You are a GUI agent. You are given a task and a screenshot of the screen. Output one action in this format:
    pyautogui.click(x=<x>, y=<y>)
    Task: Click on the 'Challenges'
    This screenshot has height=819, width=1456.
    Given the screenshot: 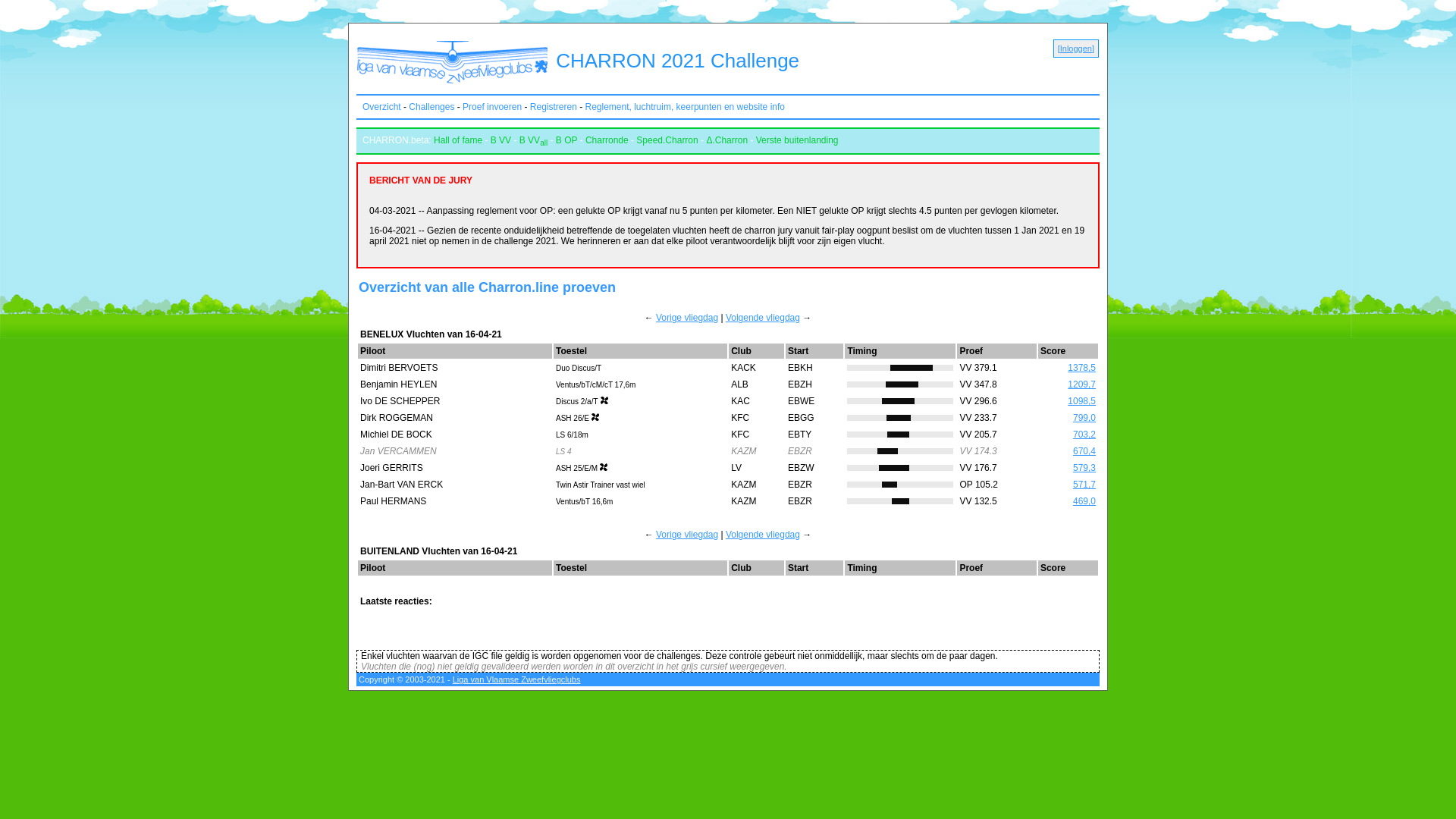 What is the action you would take?
    pyautogui.click(x=431, y=106)
    